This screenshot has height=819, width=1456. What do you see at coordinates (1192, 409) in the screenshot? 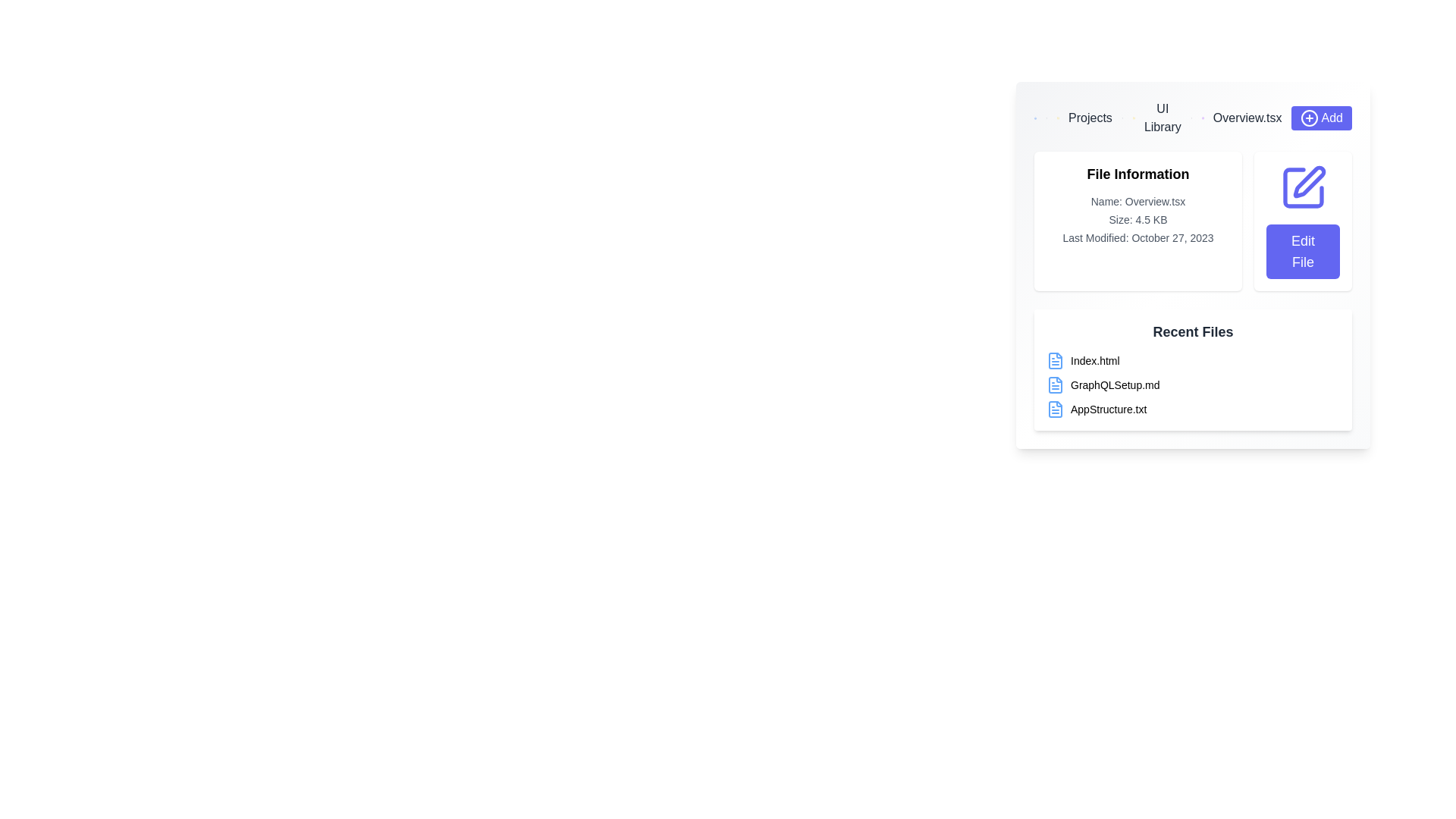
I see `the file entry titled 'AppStructure.txt' located at the bottom of the vertical list` at bounding box center [1192, 409].